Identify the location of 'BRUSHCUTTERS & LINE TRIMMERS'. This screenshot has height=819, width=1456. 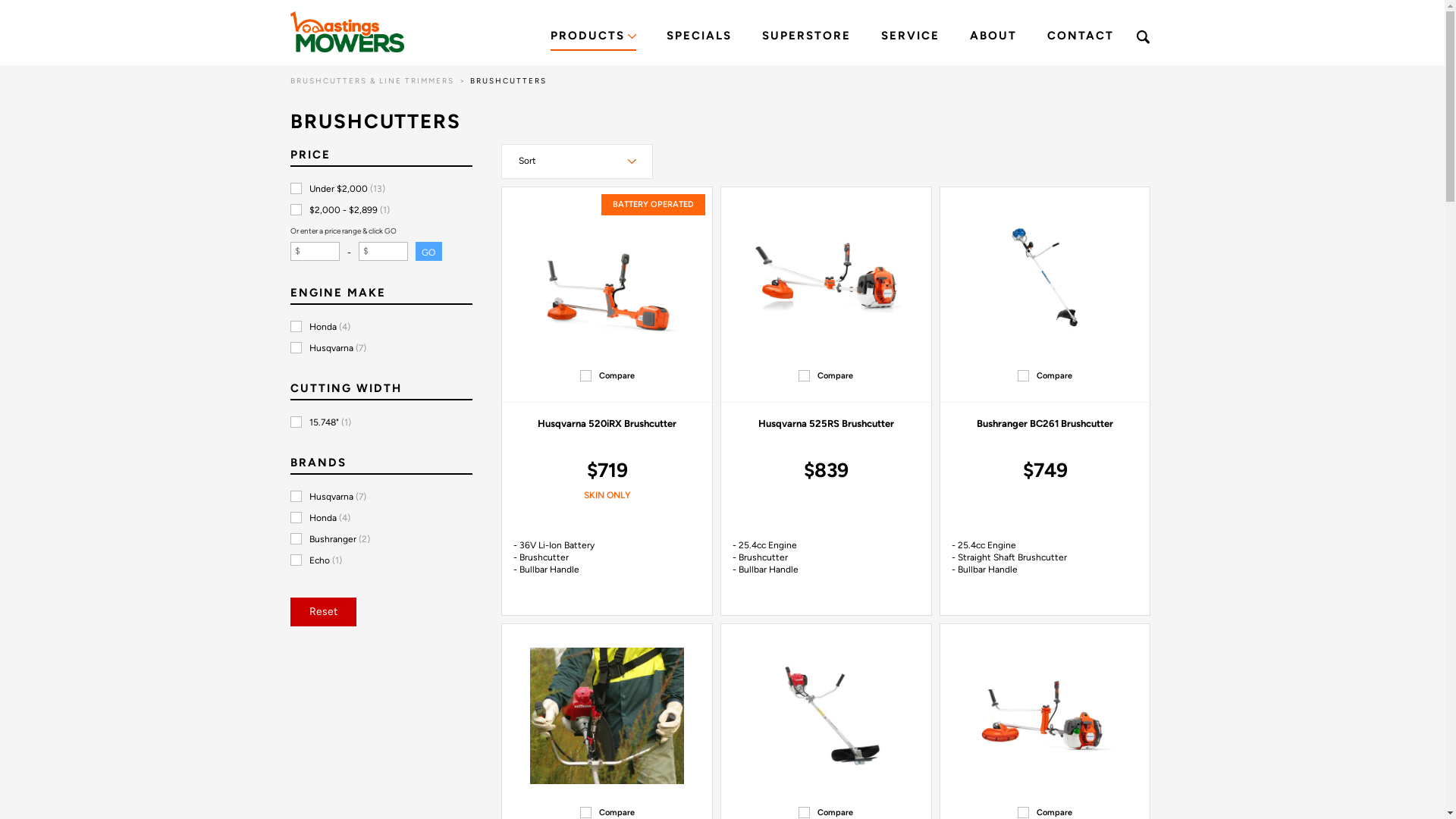
(371, 80).